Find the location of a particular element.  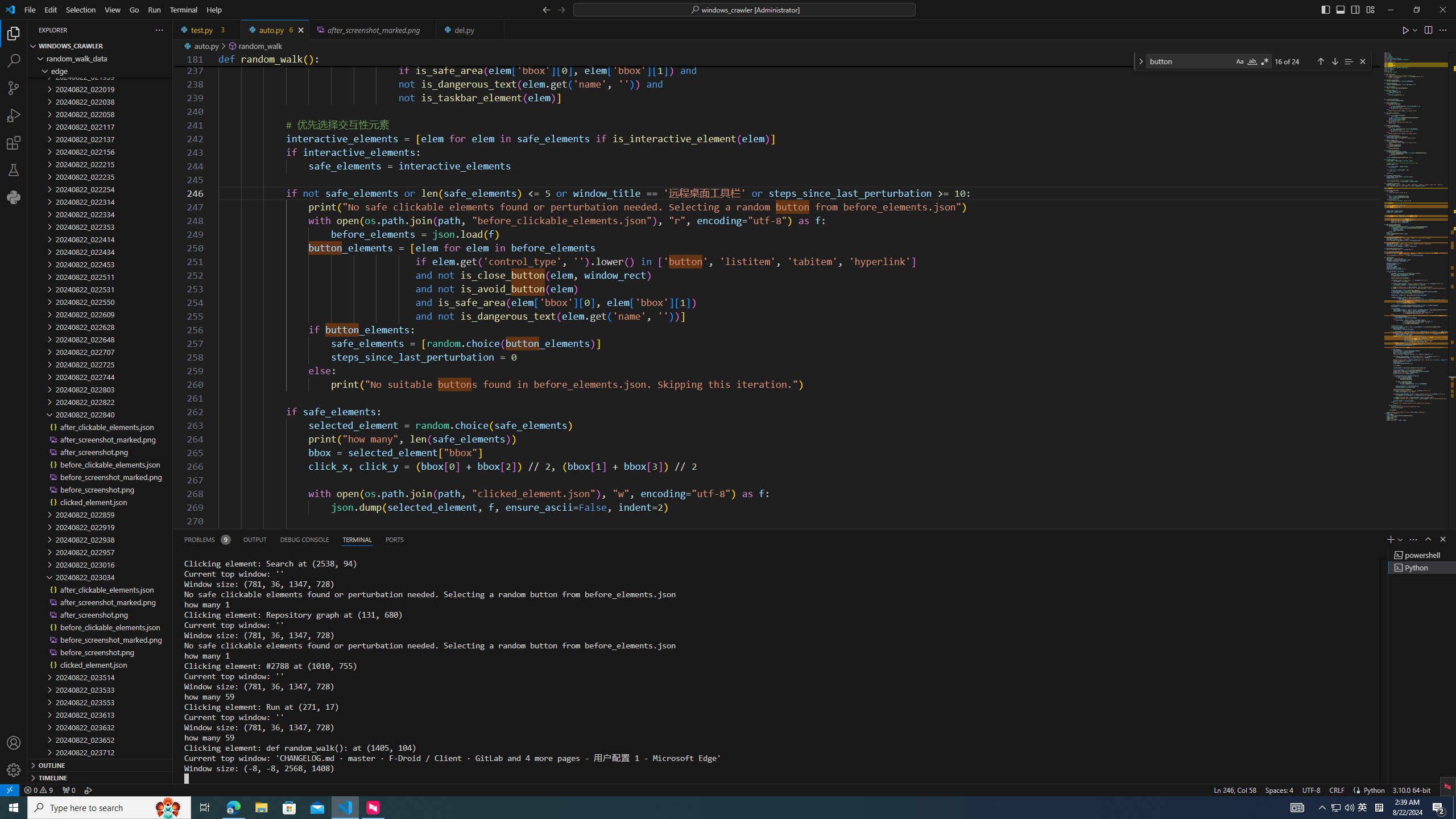

'View' is located at coordinates (112, 9).